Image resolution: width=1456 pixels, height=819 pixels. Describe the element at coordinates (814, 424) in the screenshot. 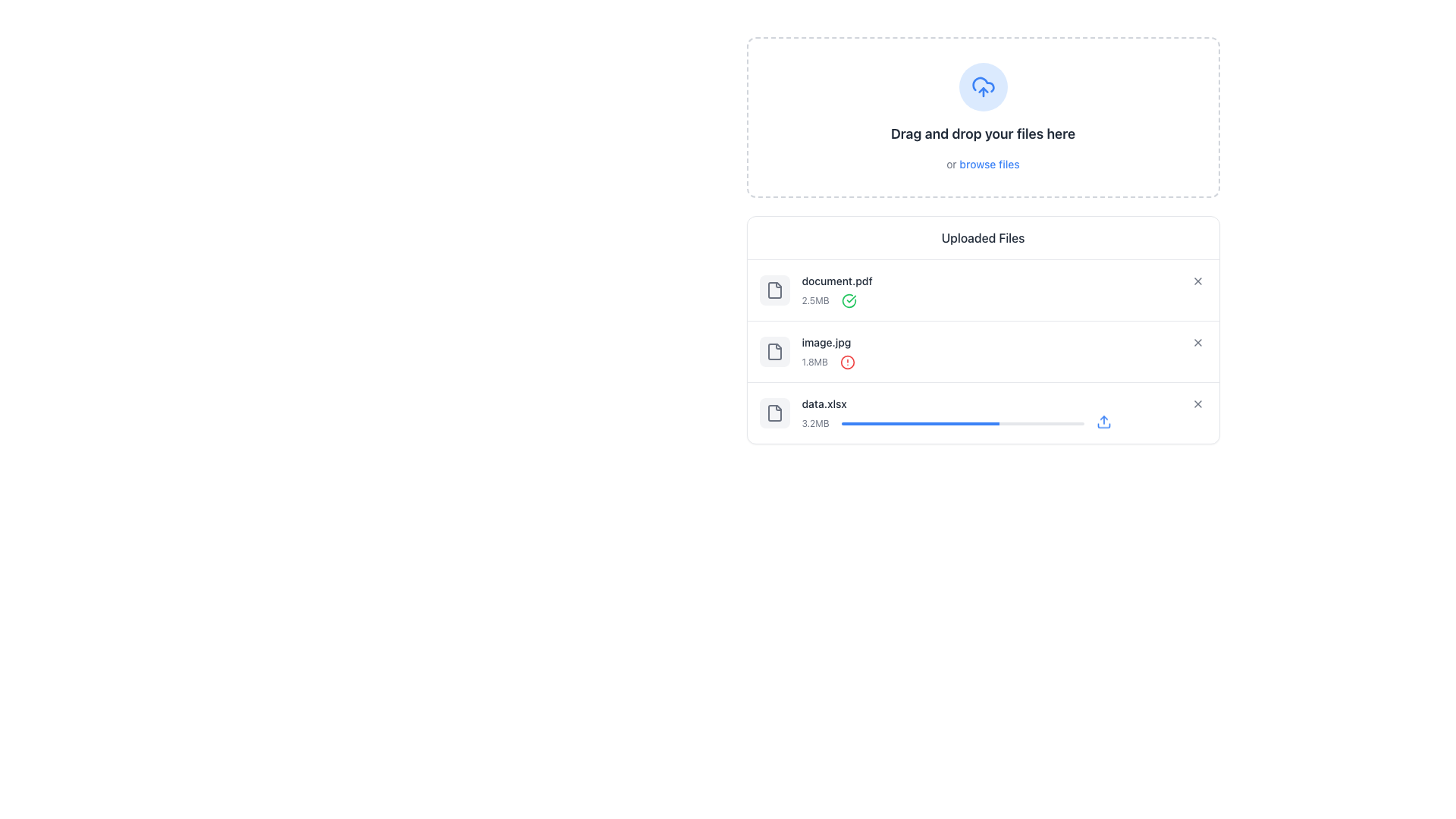

I see `the text label that displays the file size information for 'data.xlsx', which is located directly beneath the filename and aligns with the file progress bar` at that location.